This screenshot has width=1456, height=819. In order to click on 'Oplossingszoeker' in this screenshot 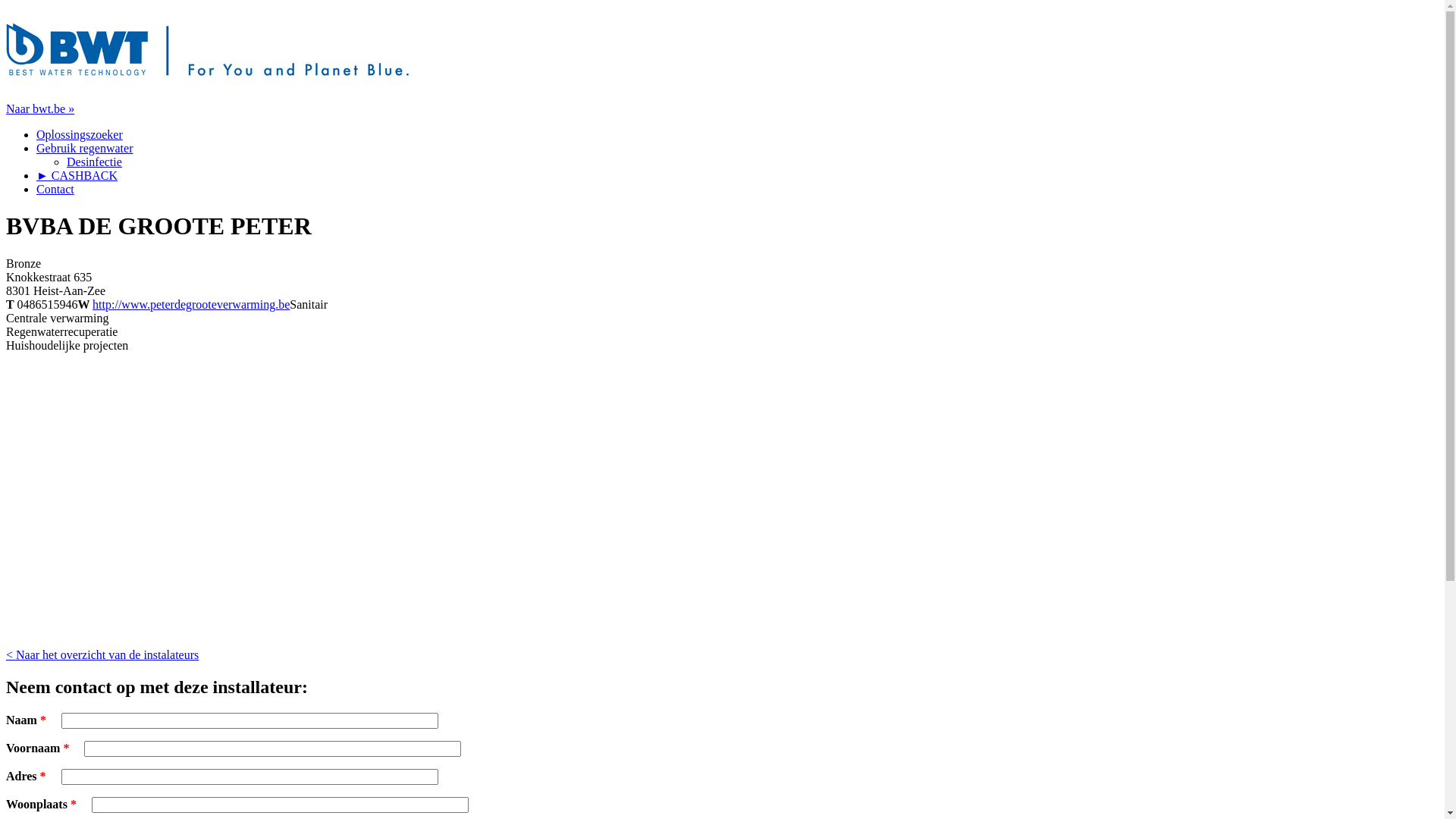, I will do `click(36, 133)`.